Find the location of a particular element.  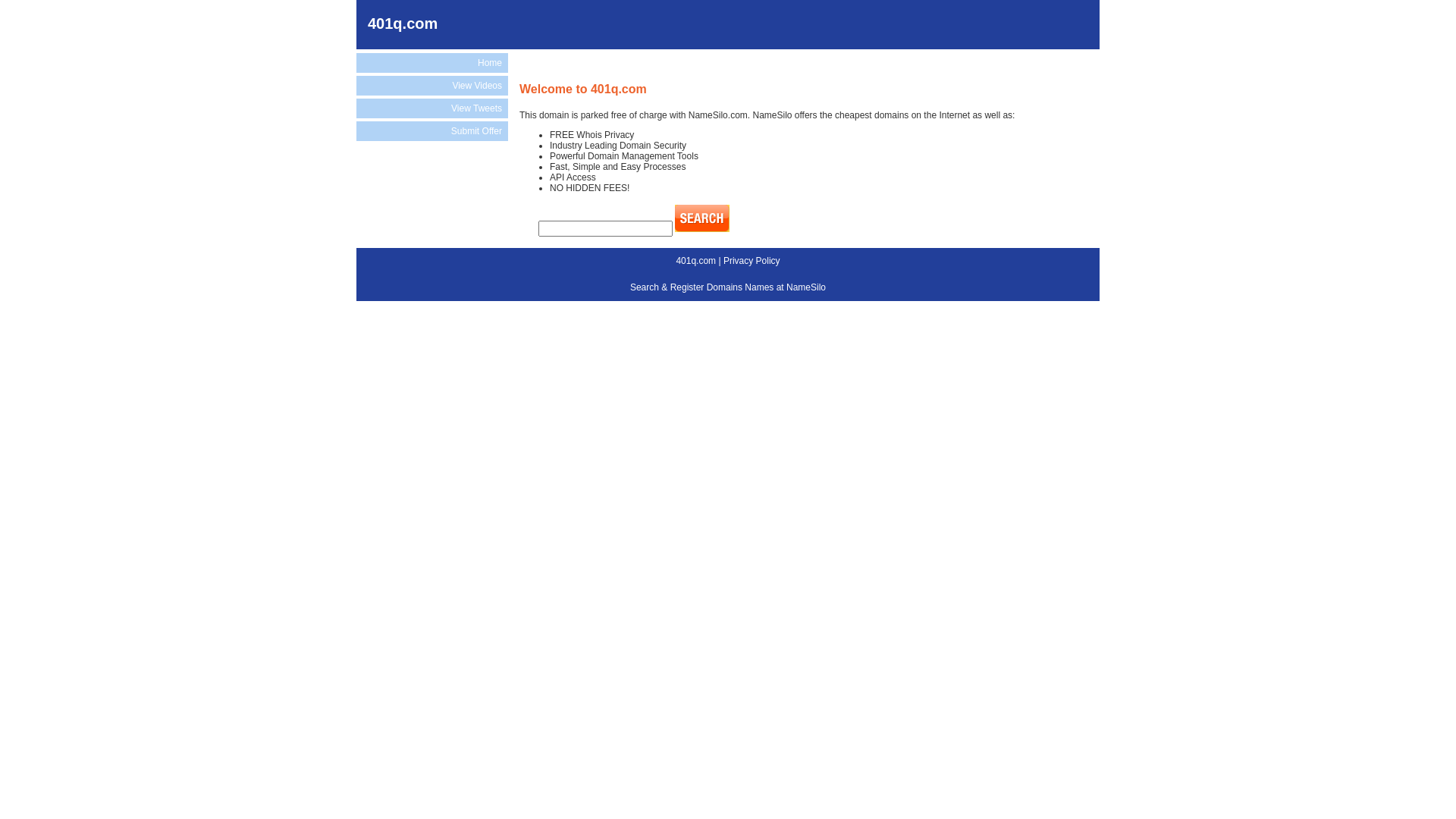

'Submit Offer' is located at coordinates (431, 130).